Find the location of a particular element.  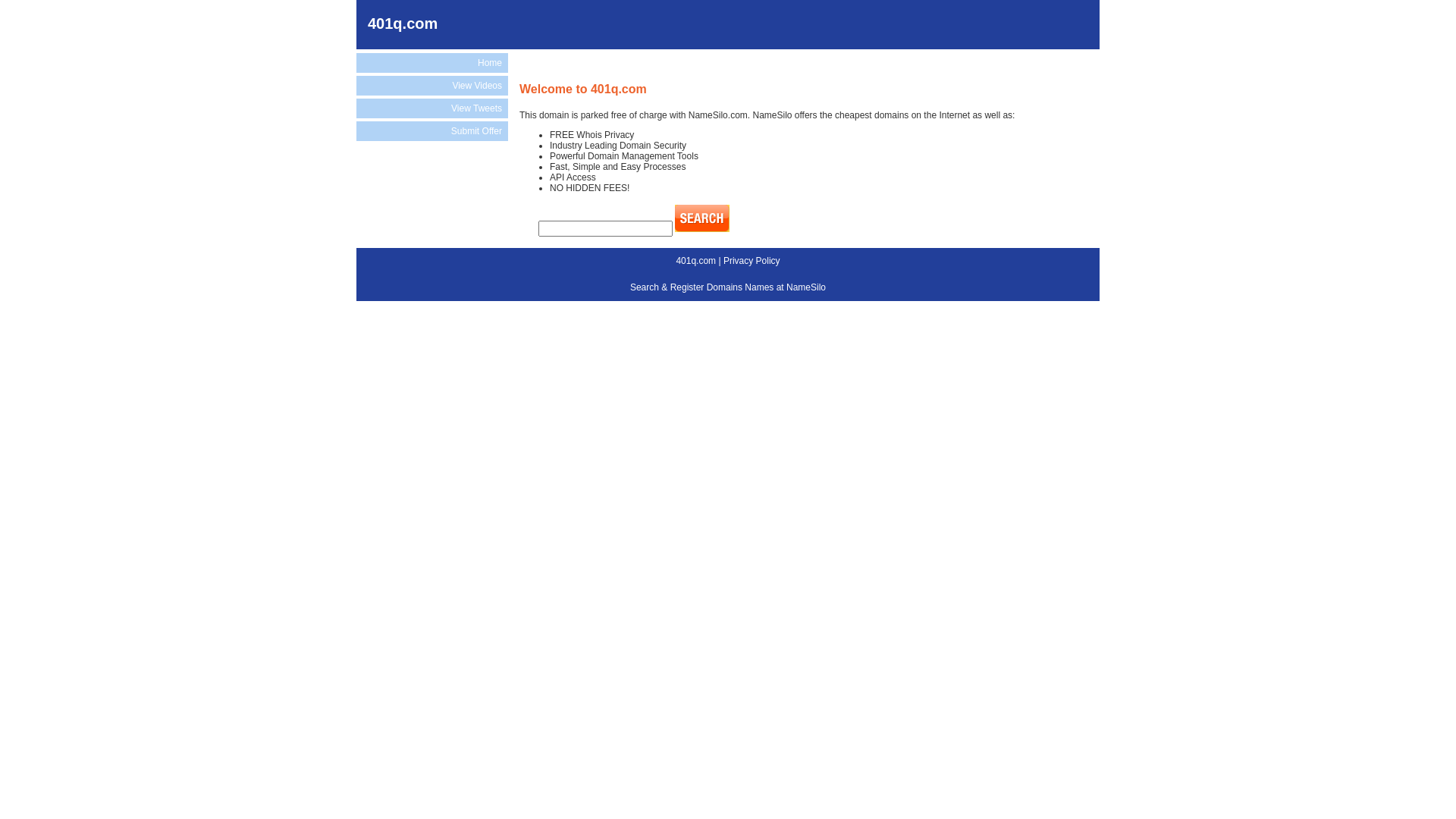

'Submit Offer' is located at coordinates (431, 130).